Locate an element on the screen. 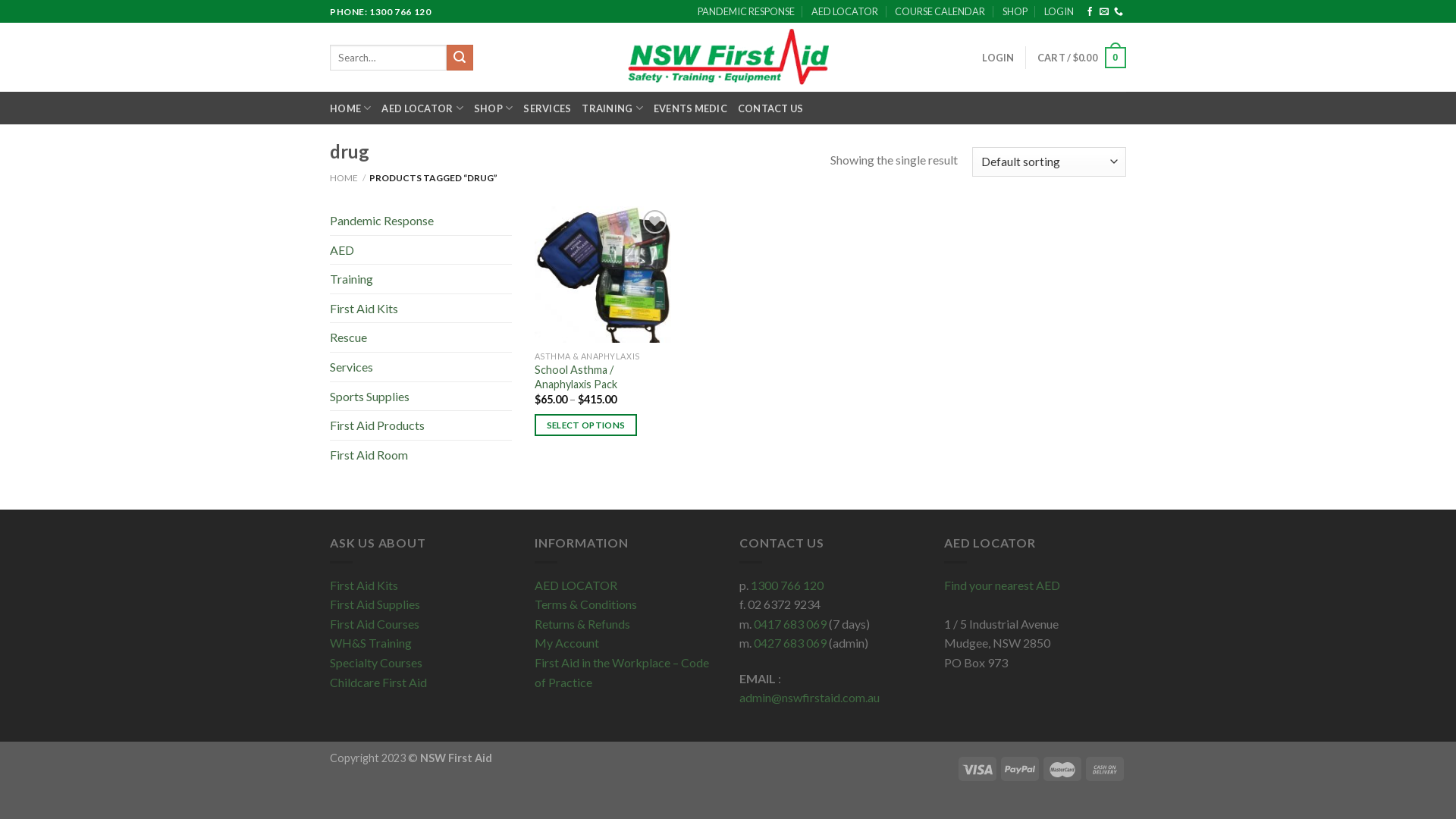 This screenshot has height=819, width=1456. '0417 683 069' is located at coordinates (789, 623).